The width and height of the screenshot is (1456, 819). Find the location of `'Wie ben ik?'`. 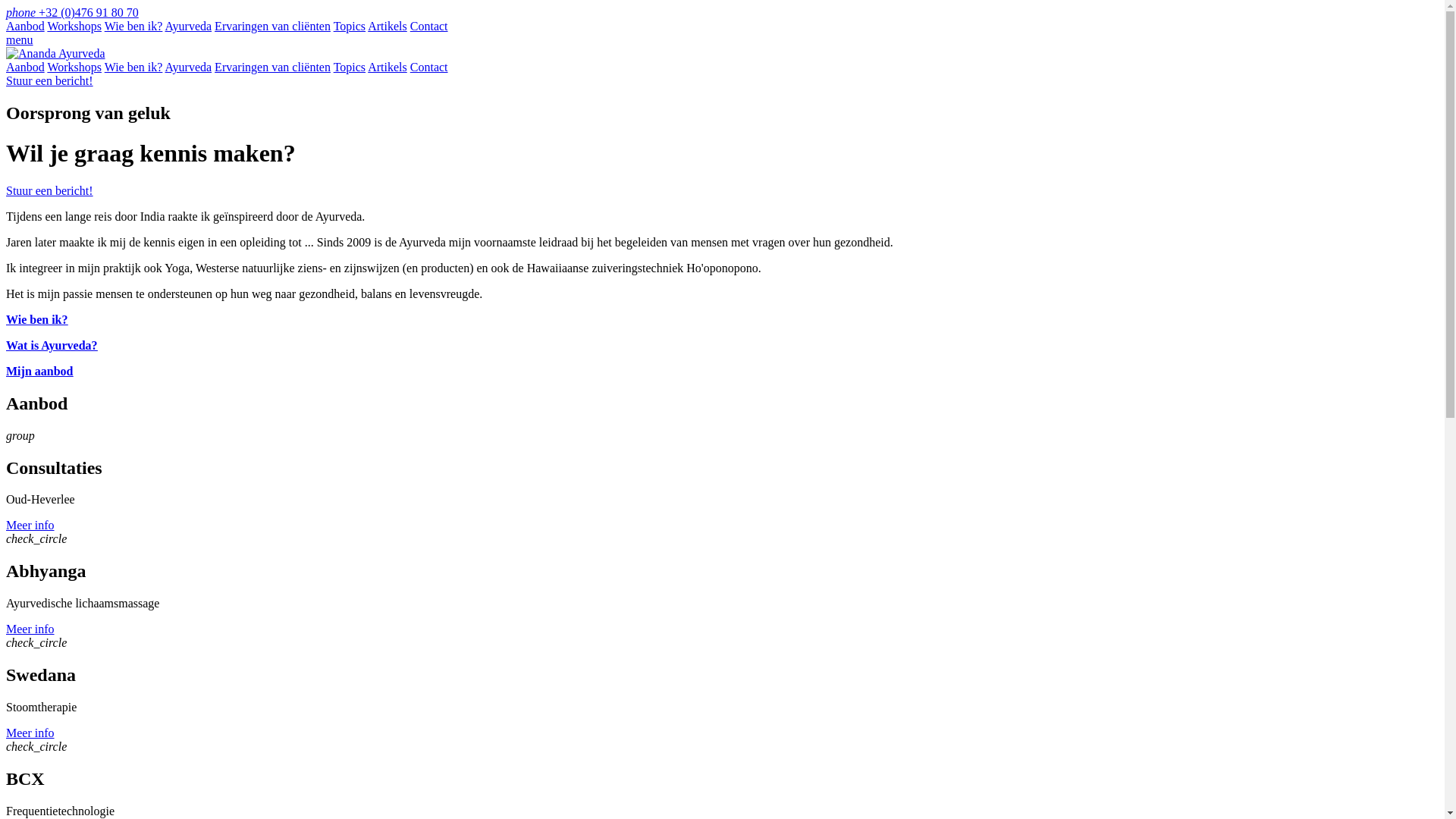

'Wie ben ik?' is located at coordinates (104, 26).